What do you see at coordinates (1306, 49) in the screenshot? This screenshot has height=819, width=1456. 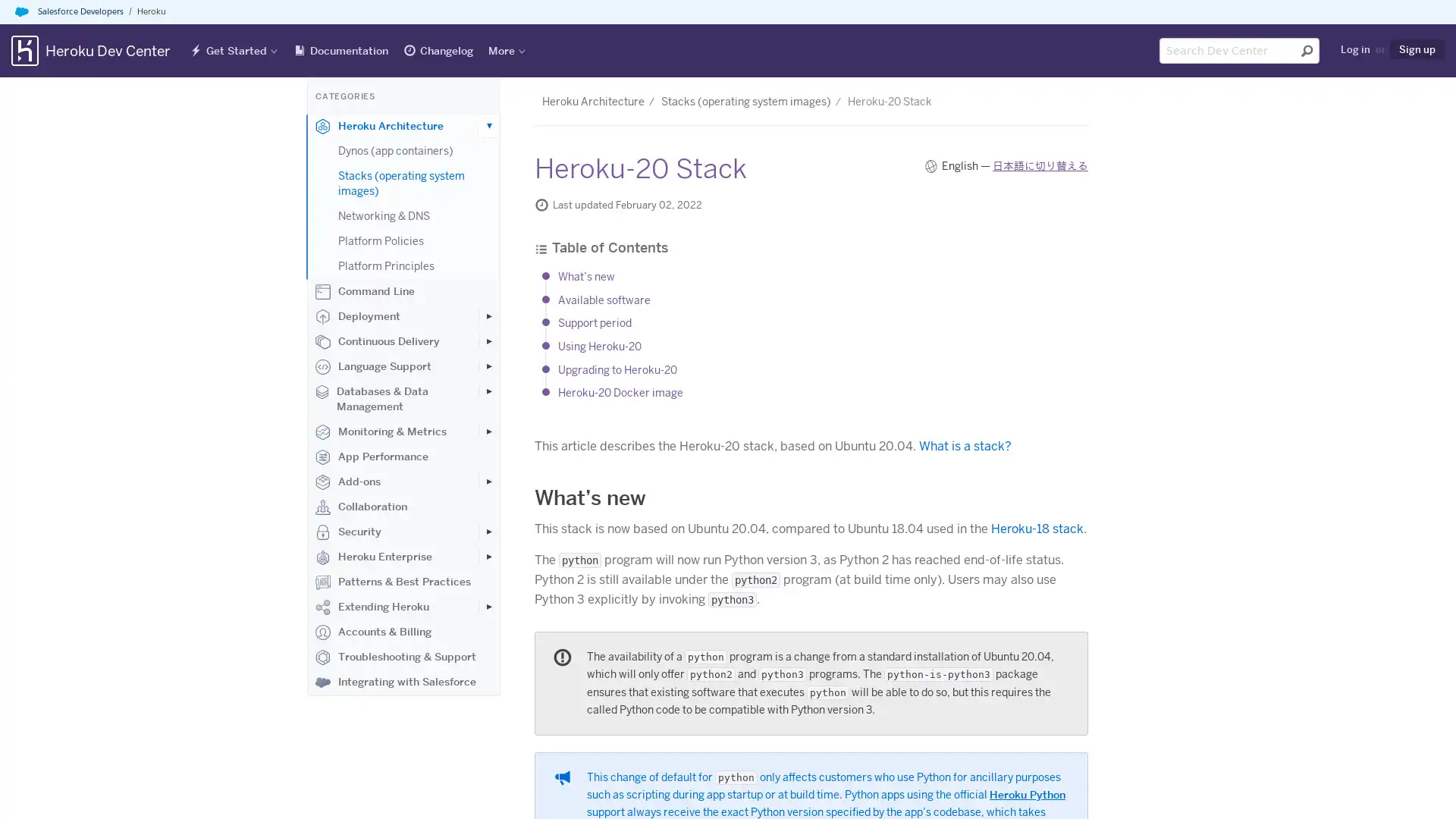 I see `Submit search` at bounding box center [1306, 49].